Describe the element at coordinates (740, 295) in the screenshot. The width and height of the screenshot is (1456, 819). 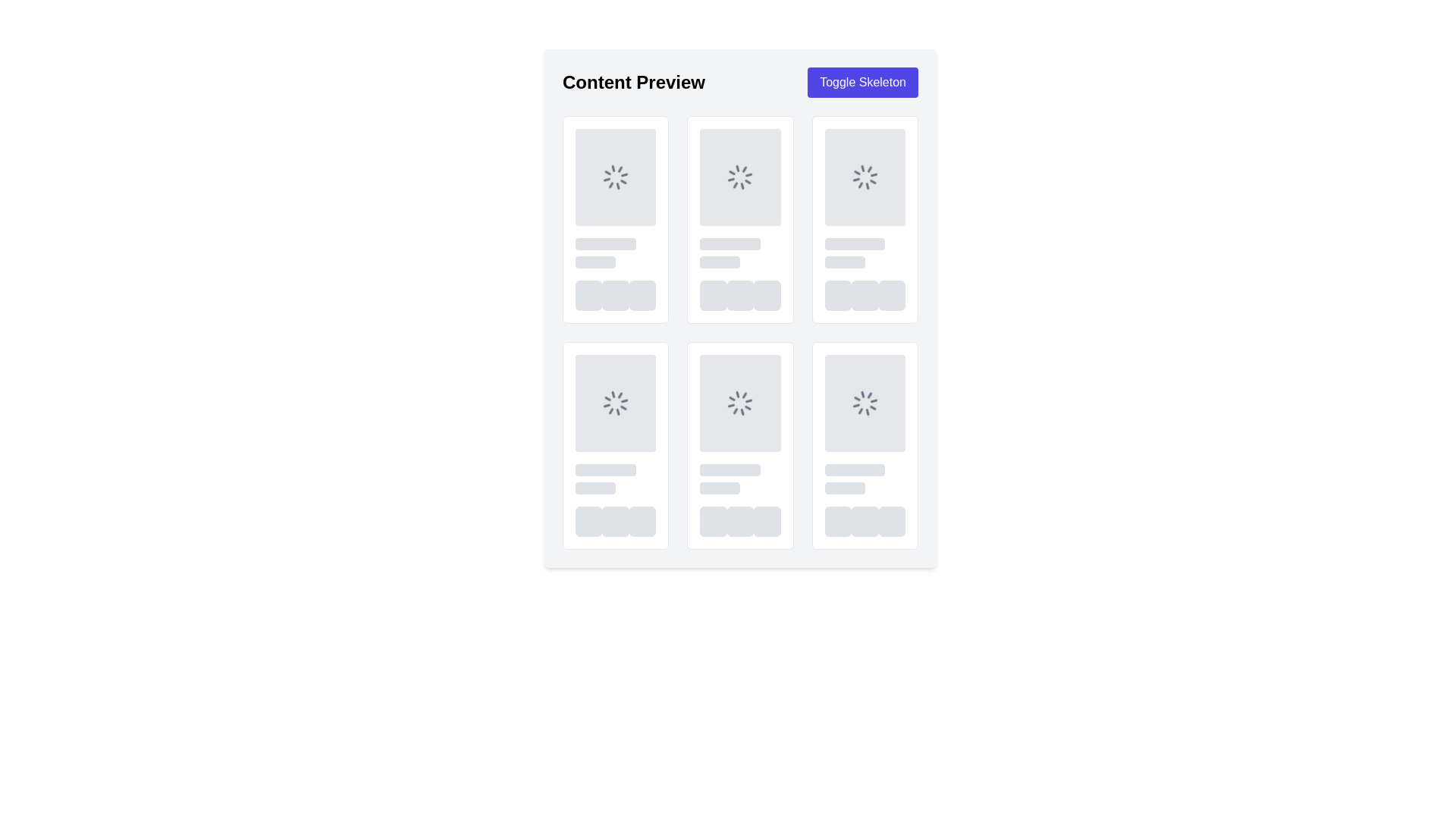
I see `the UI placeholder group located at the bottom of the second column from the left, which represents controls or actions associated with its card-like layout` at that location.